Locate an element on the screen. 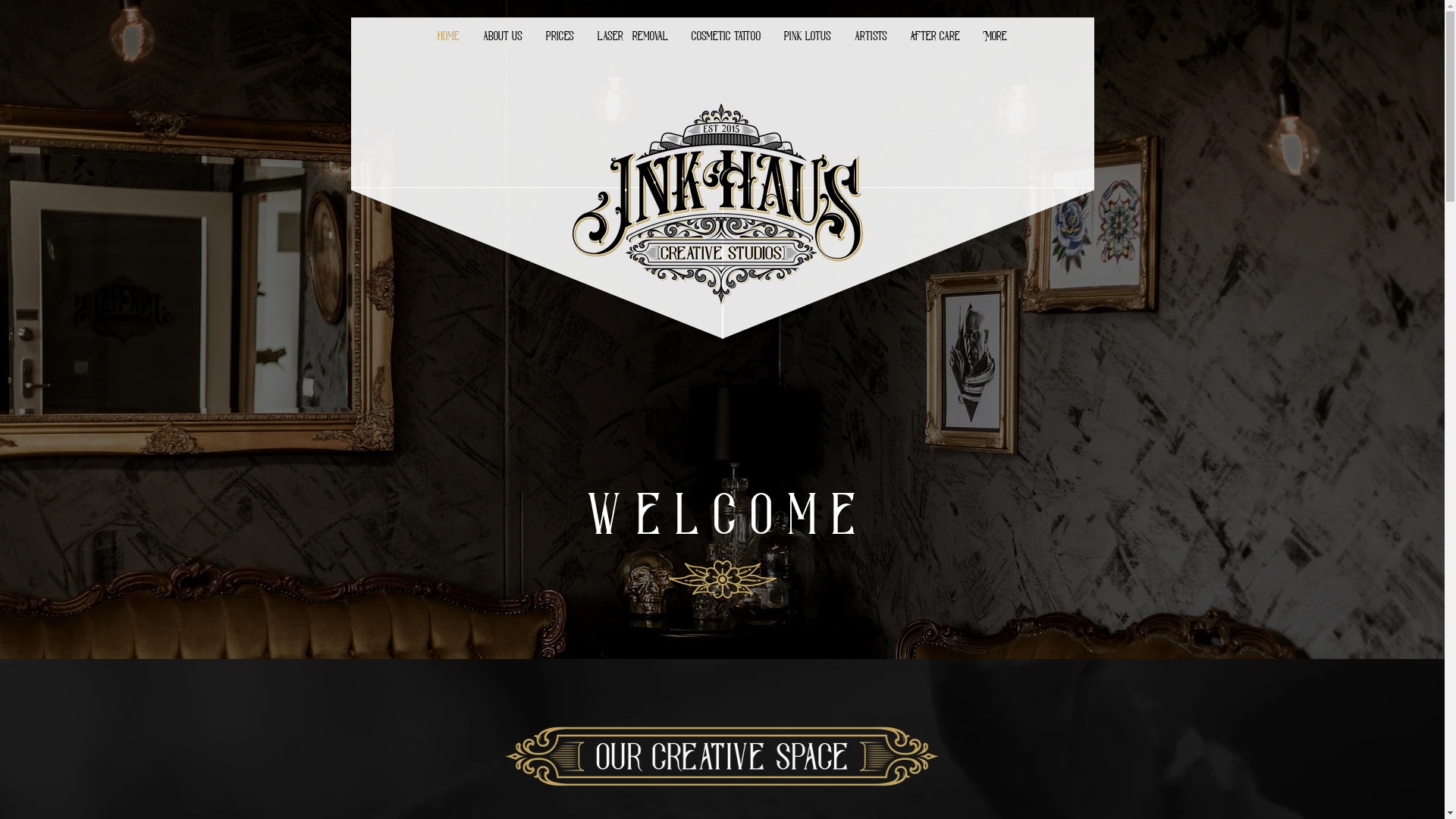  'prices' is located at coordinates (559, 35).